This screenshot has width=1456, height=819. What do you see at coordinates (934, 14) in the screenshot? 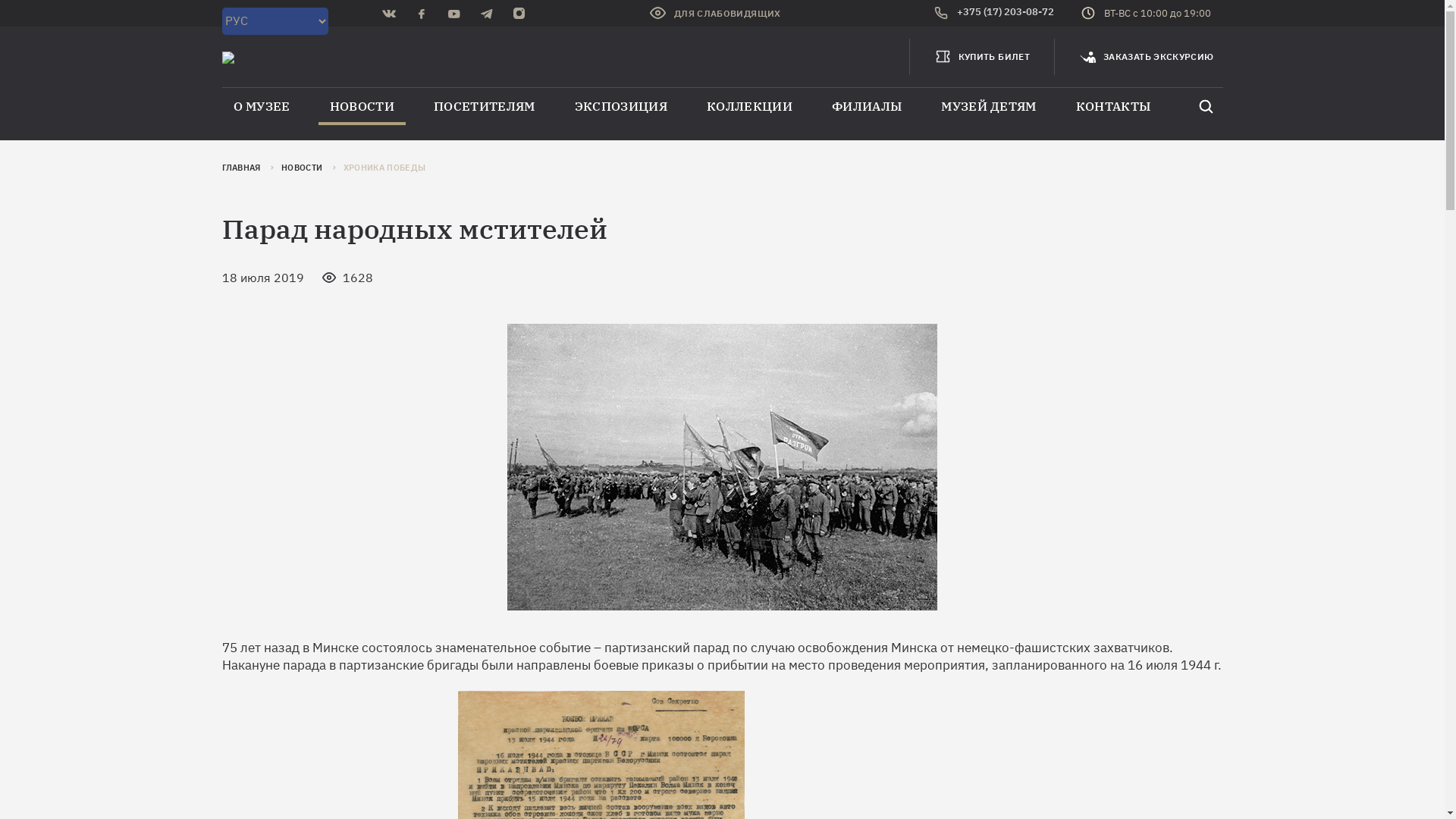
I see `'+375 (17) 203-08-72'` at bounding box center [934, 14].